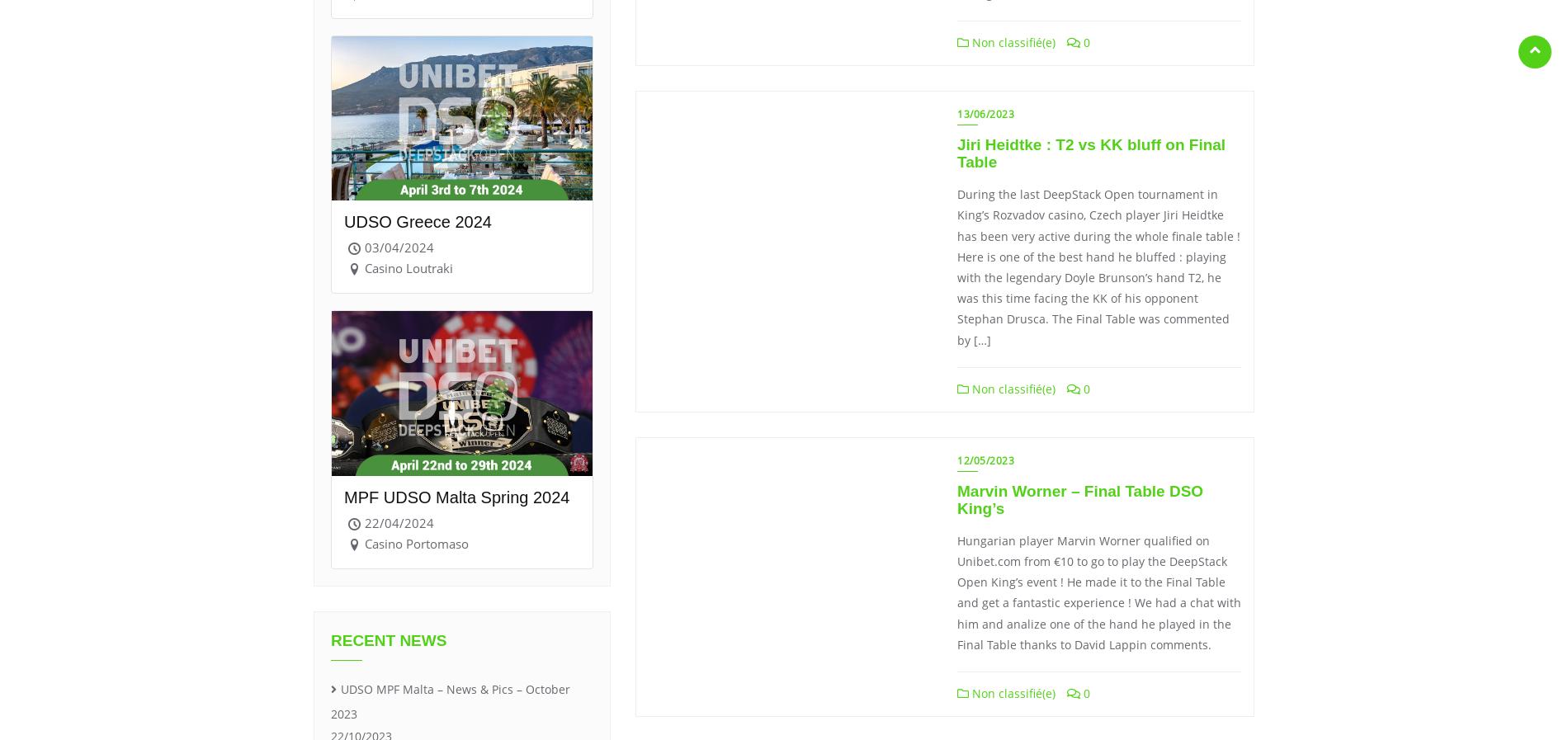  Describe the element at coordinates (330, 639) in the screenshot. I see `'Recent News'` at that location.